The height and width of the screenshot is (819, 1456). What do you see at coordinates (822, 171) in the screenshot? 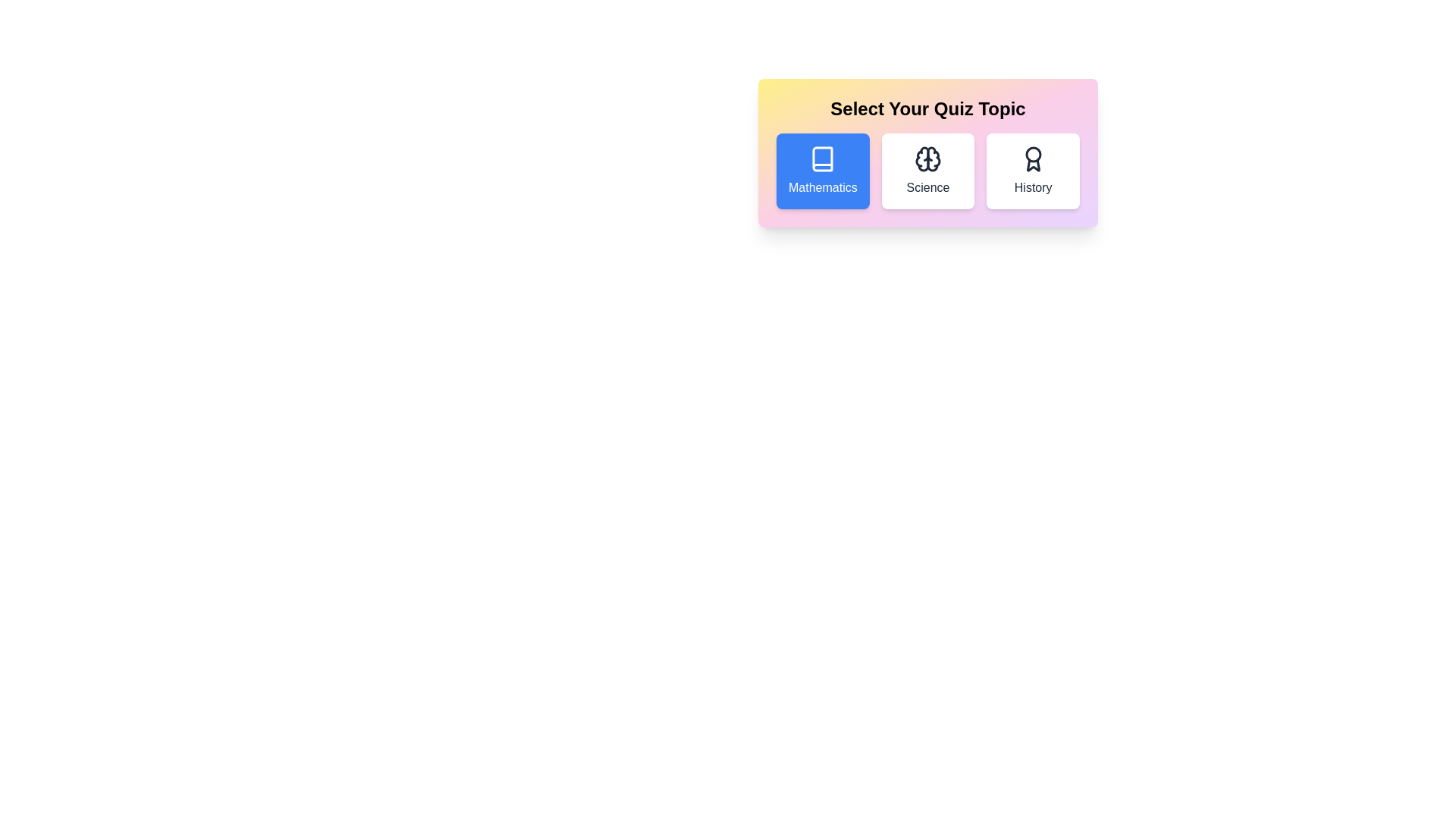
I see `the quiz category Mathematics by clicking on its respective tile` at bounding box center [822, 171].